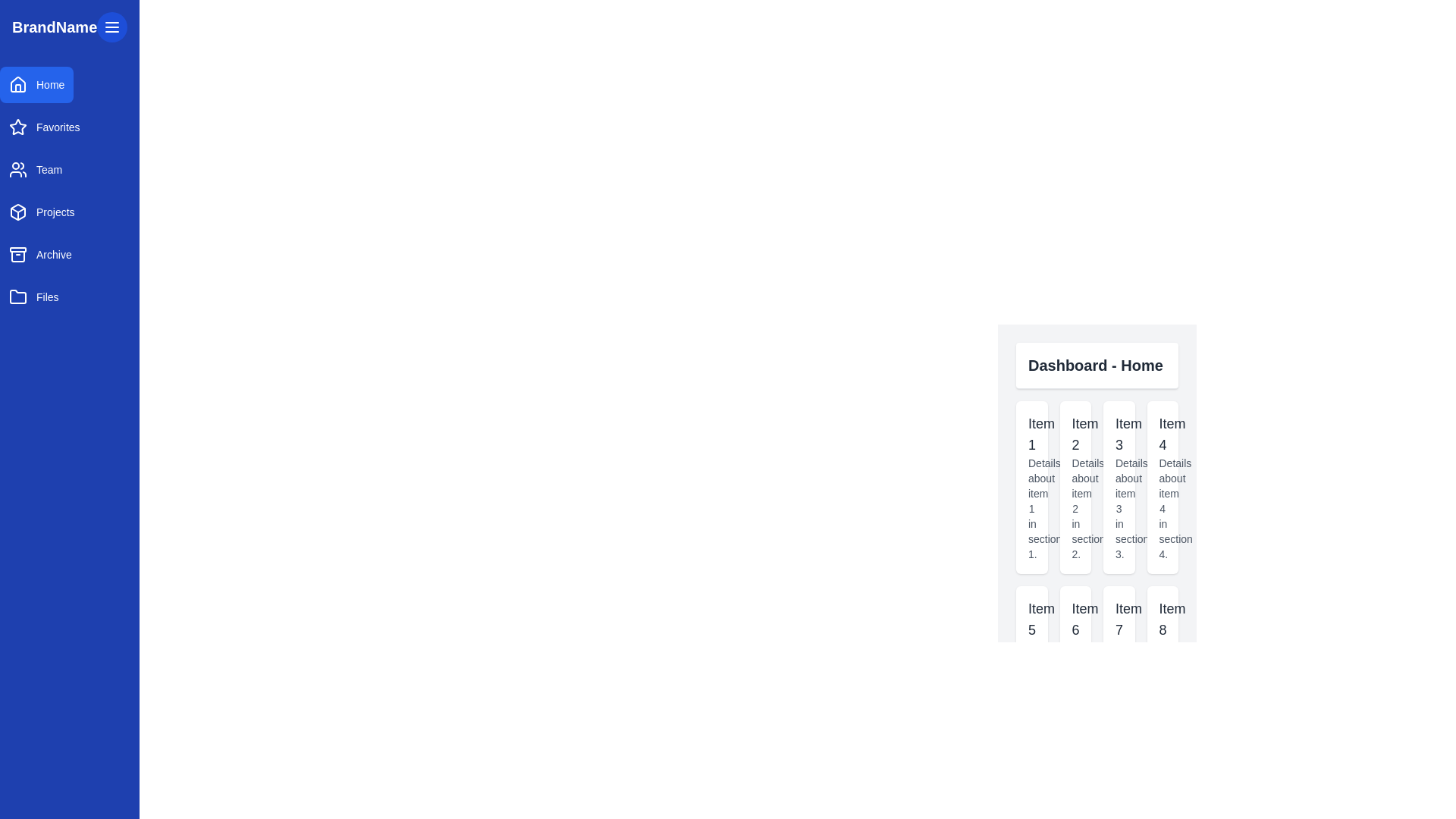 The height and width of the screenshot is (819, 1456). I want to click on the 'Files' menu icon located in the left navigation panel, which is the last icon listed below the 'Archive' section, so click(18, 297).